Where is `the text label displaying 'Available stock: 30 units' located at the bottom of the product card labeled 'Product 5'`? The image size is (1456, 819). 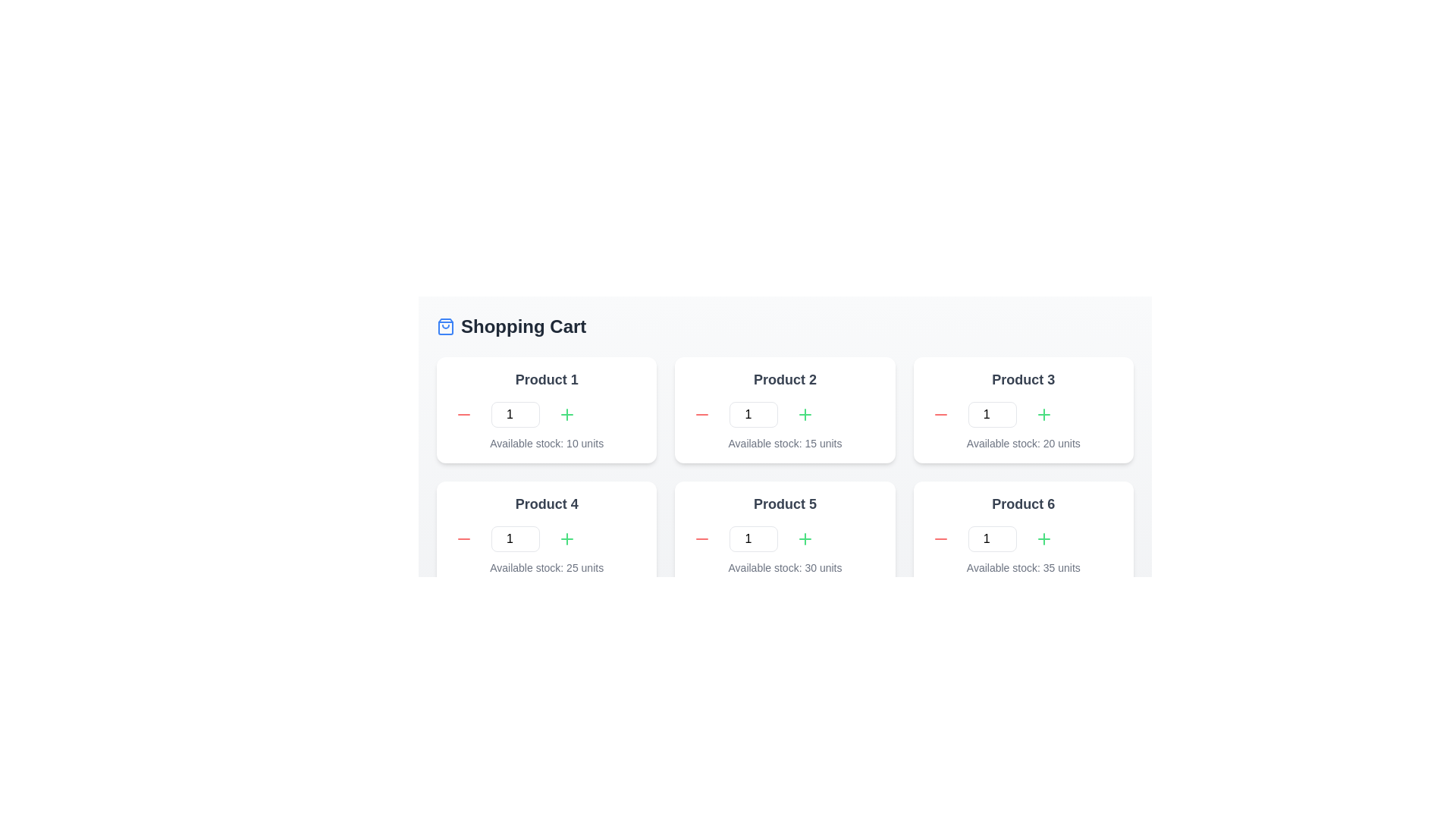
the text label displaying 'Available stock: 30 units' located at the bottom of the product card labeled 'Product 5' is located at coordinates (785, 567).